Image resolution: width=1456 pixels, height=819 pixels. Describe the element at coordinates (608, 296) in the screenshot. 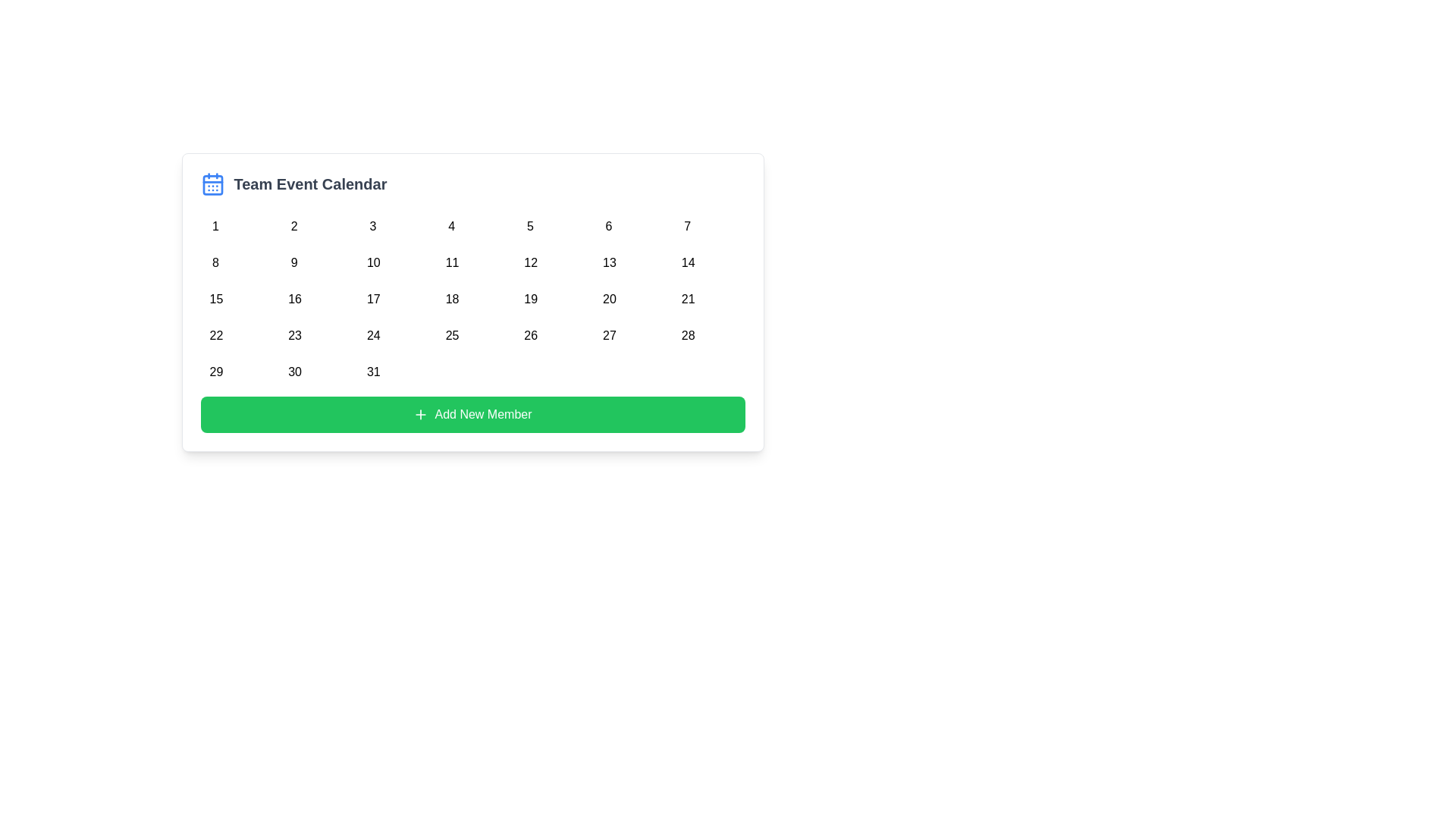

I see `the button representing the 20th day in the calendar interface` at that location.